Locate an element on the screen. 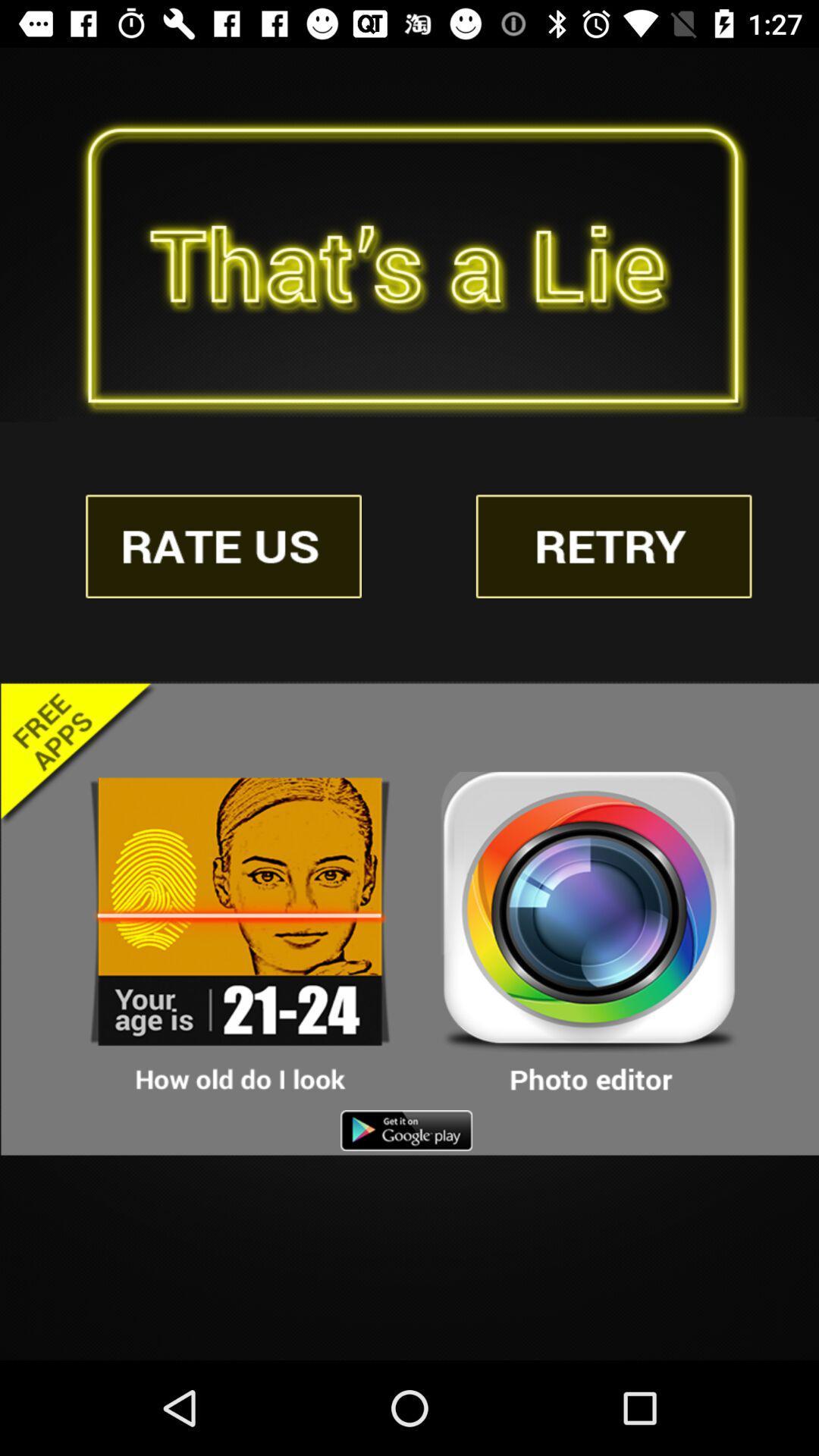 The image size is (819, 1456). open app is located at coordinates (588, 933).